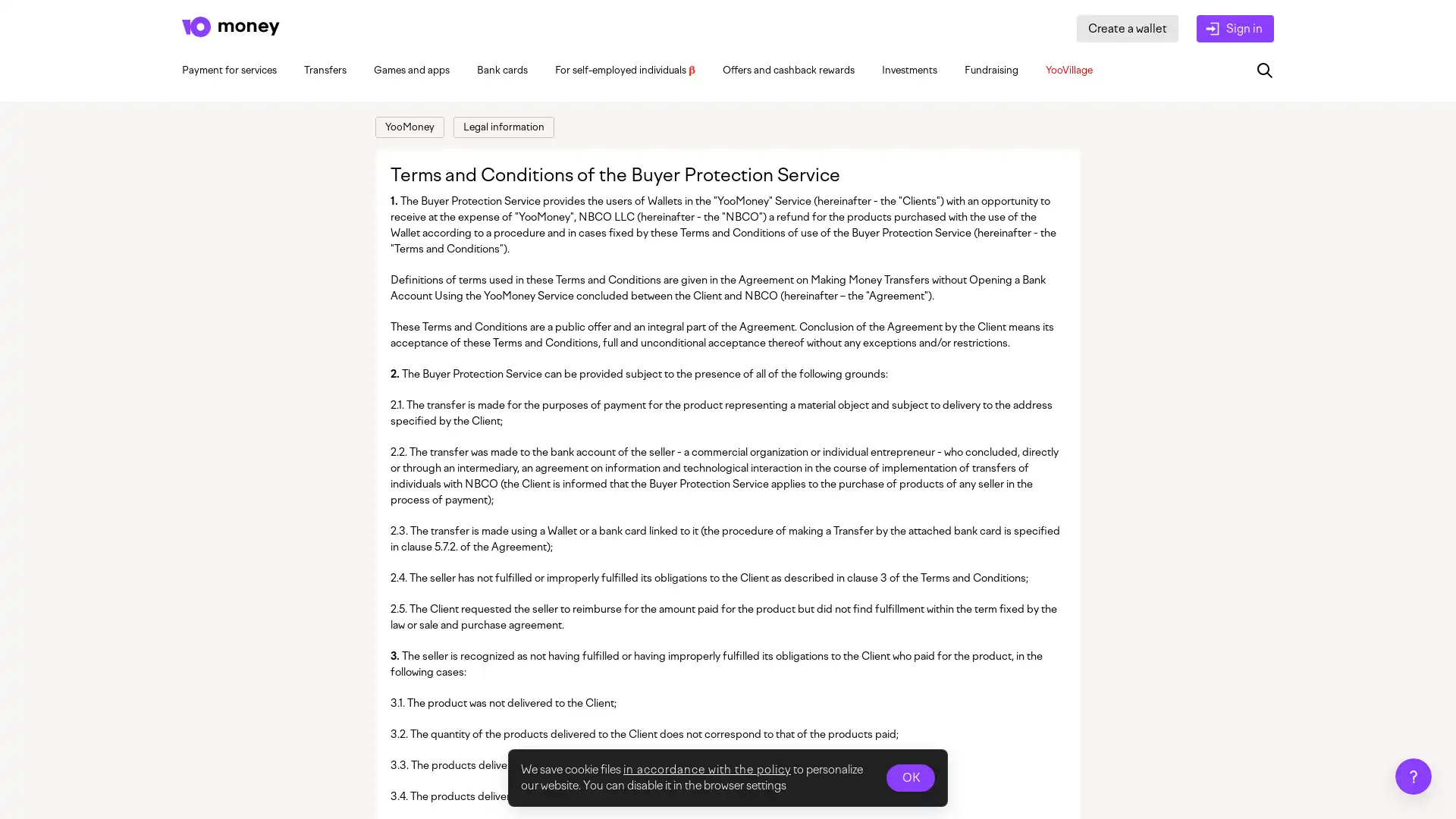 This screenshot has height=819, width=1456. I want to click on OK, so click(910, 778).